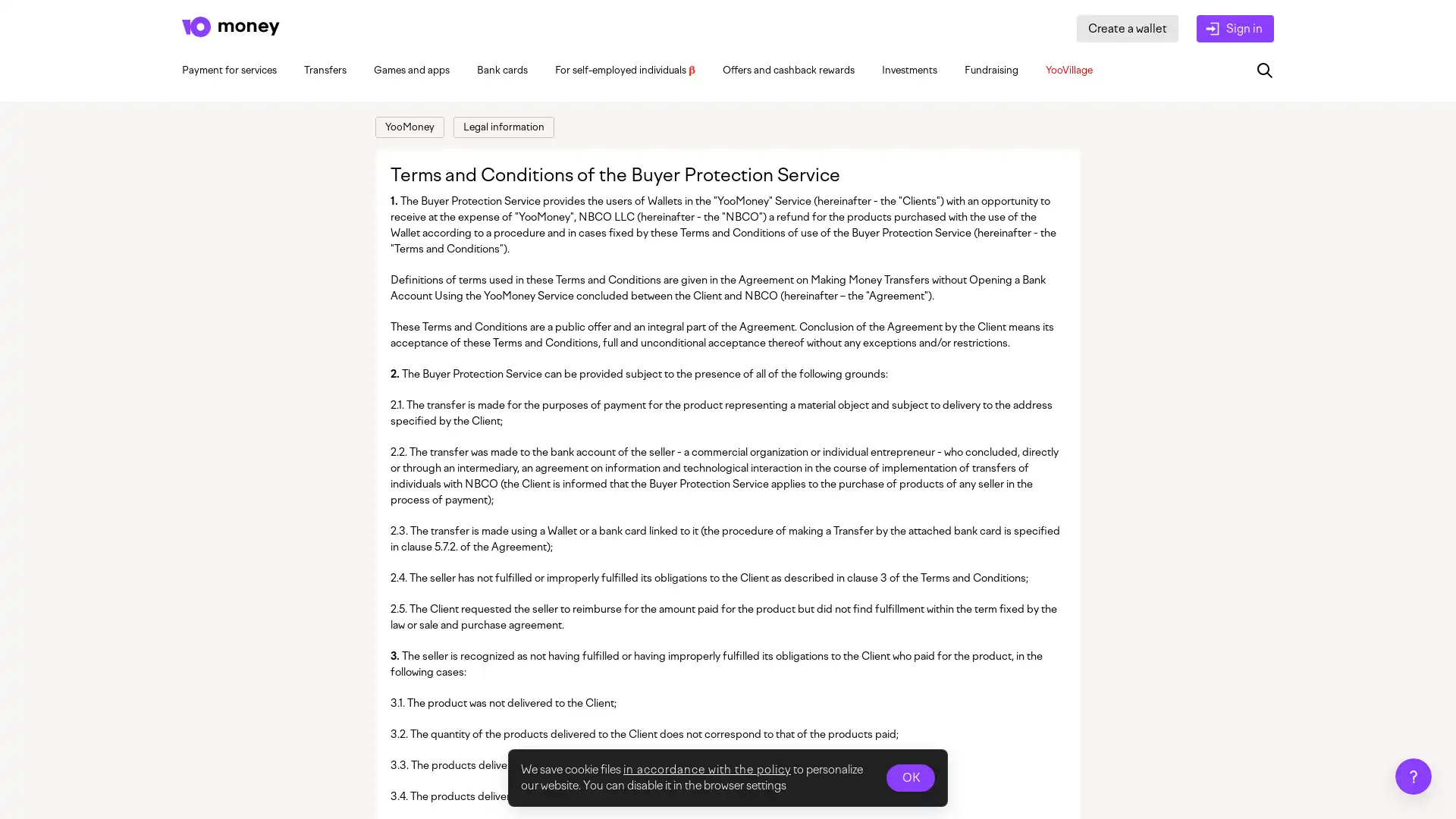 This screenshot has height=819, width=1456. I want to click on OK, so click(910, 778).